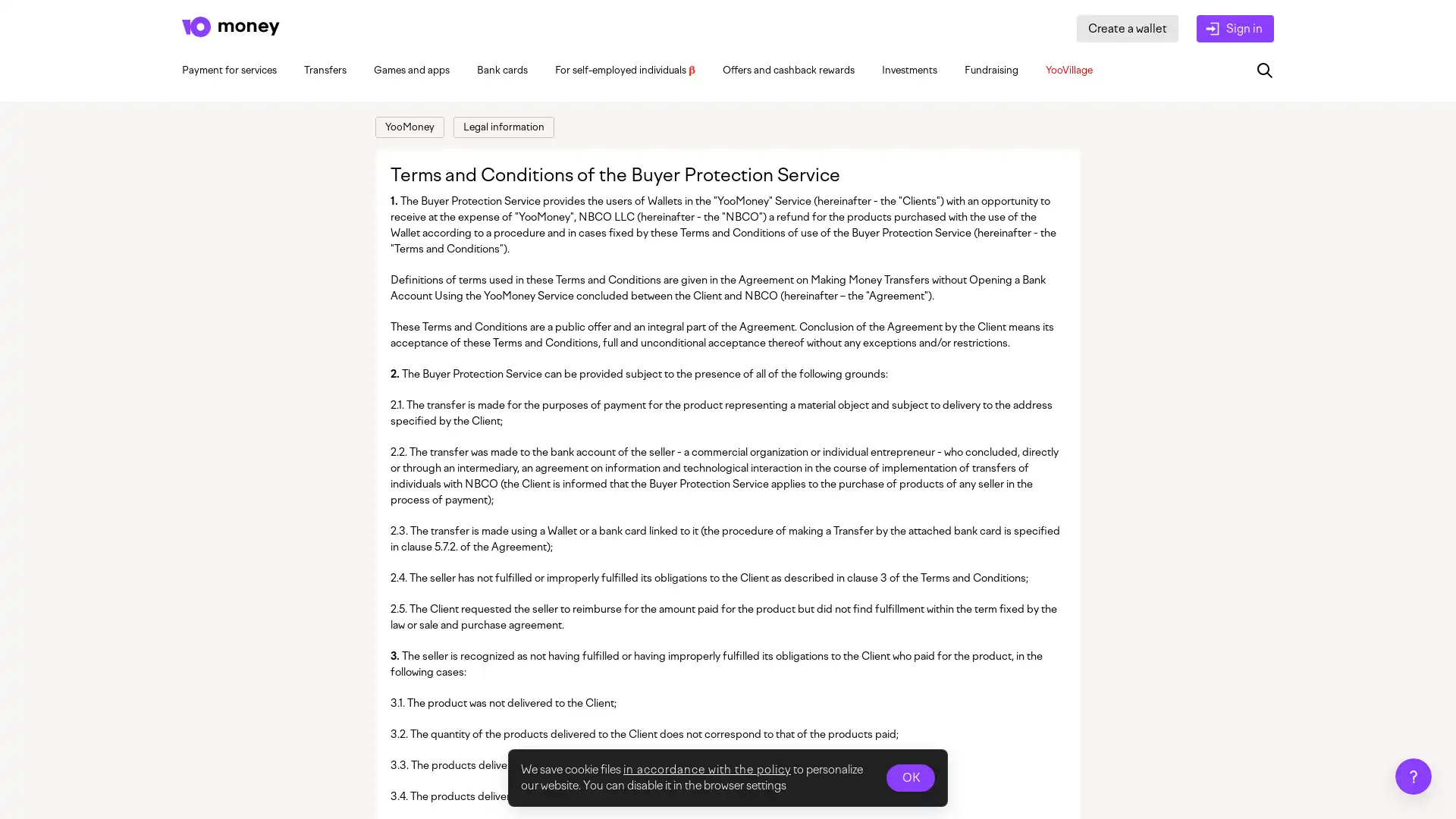 This screenshot has height=819, width=1456. I want to click on OK, so click(910, 778).